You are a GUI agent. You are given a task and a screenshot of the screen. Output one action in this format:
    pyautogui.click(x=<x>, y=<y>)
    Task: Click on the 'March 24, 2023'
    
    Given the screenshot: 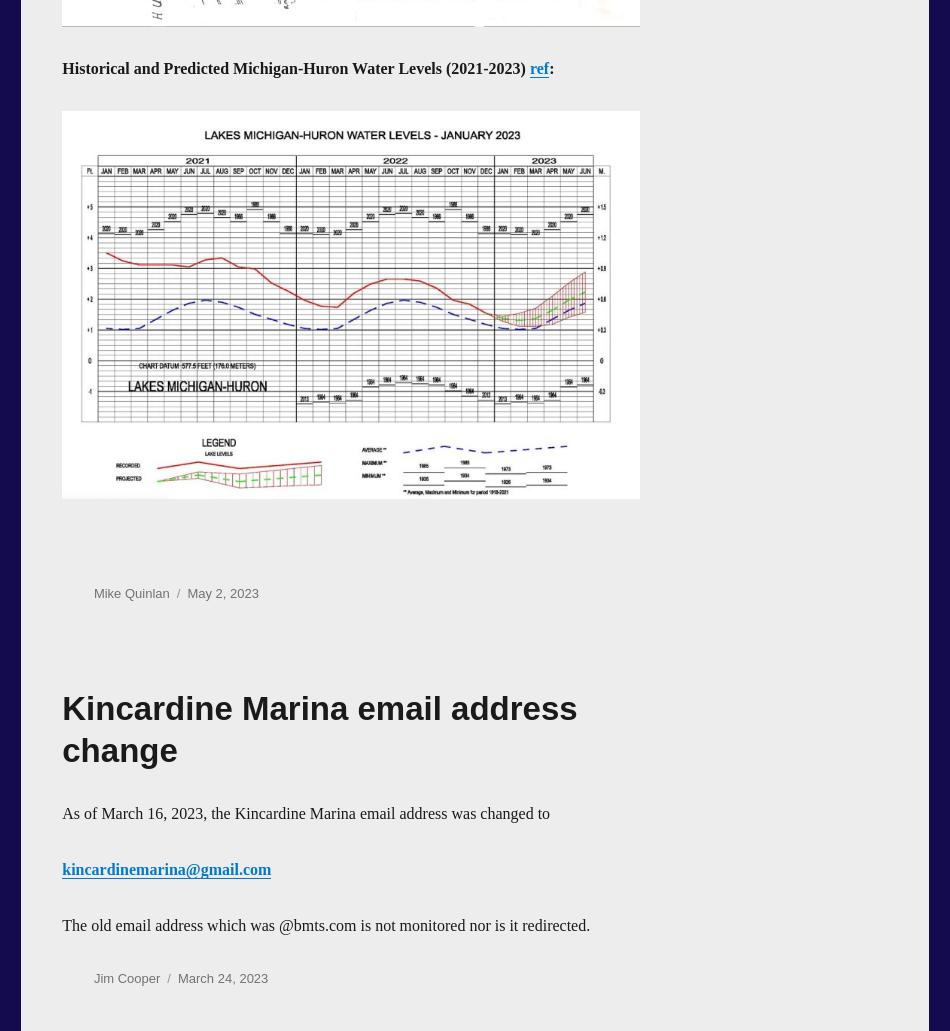 What is the action you would take?
    pyautogui.click(x=222, y=976)
    